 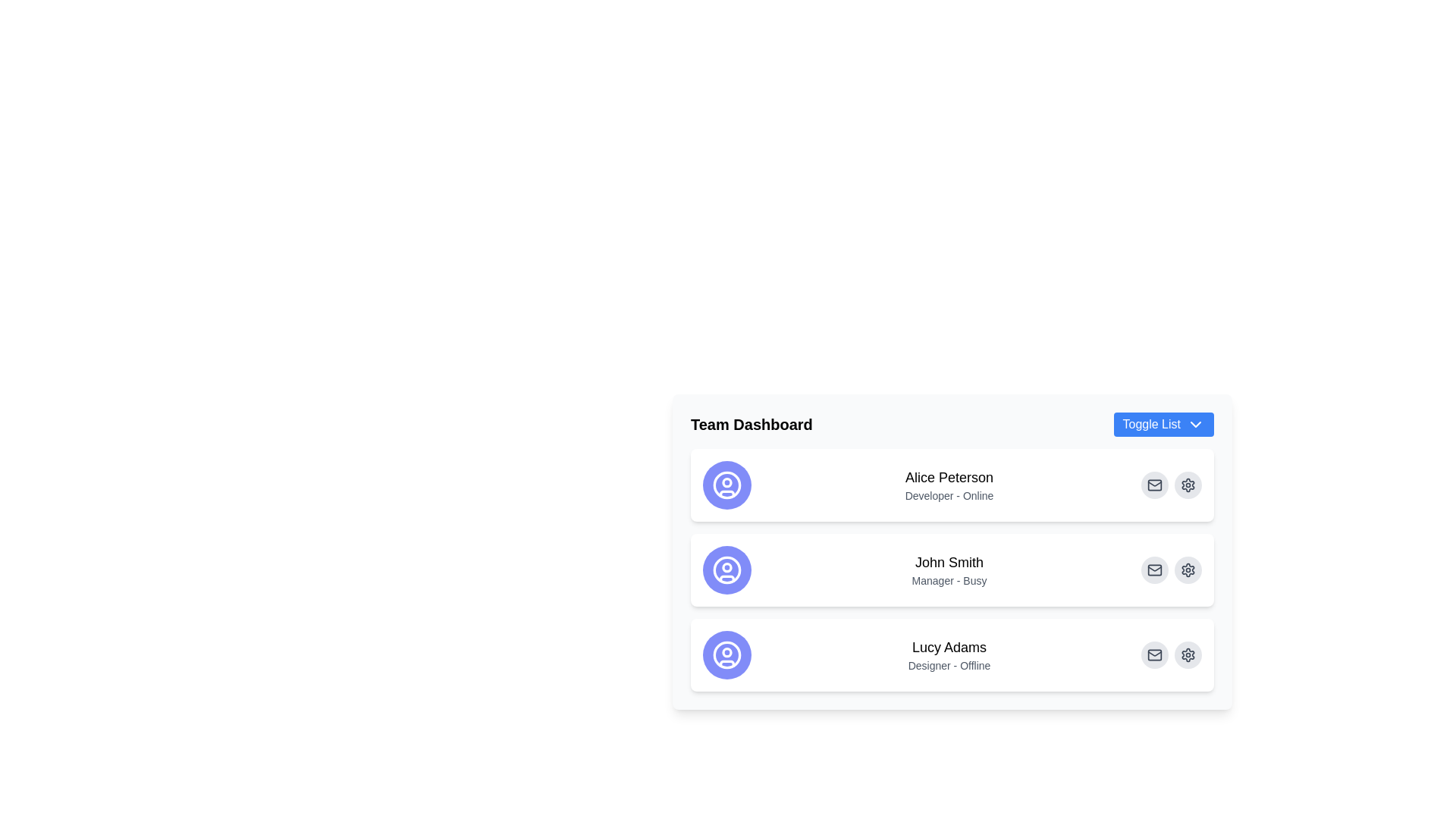 What do you see at coordinates (726, 570) in the screenshot?
I see `the Profile Icon representing 'John Smith' in the team member list located under 'Team Dashboard'` at bounding box center [726, 570].